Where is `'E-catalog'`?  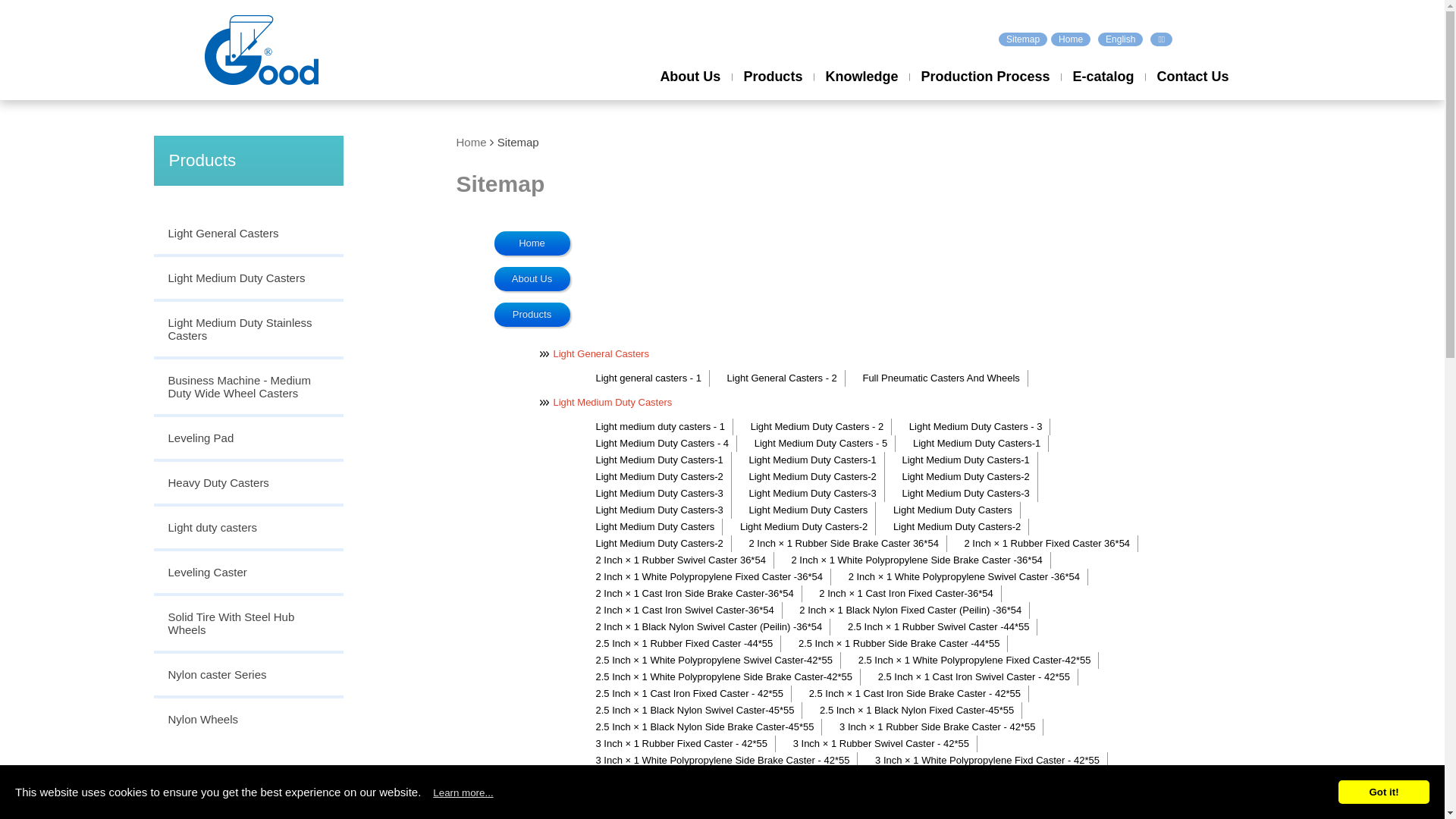
'E-catalog' is located at coordinates (1059, 90).